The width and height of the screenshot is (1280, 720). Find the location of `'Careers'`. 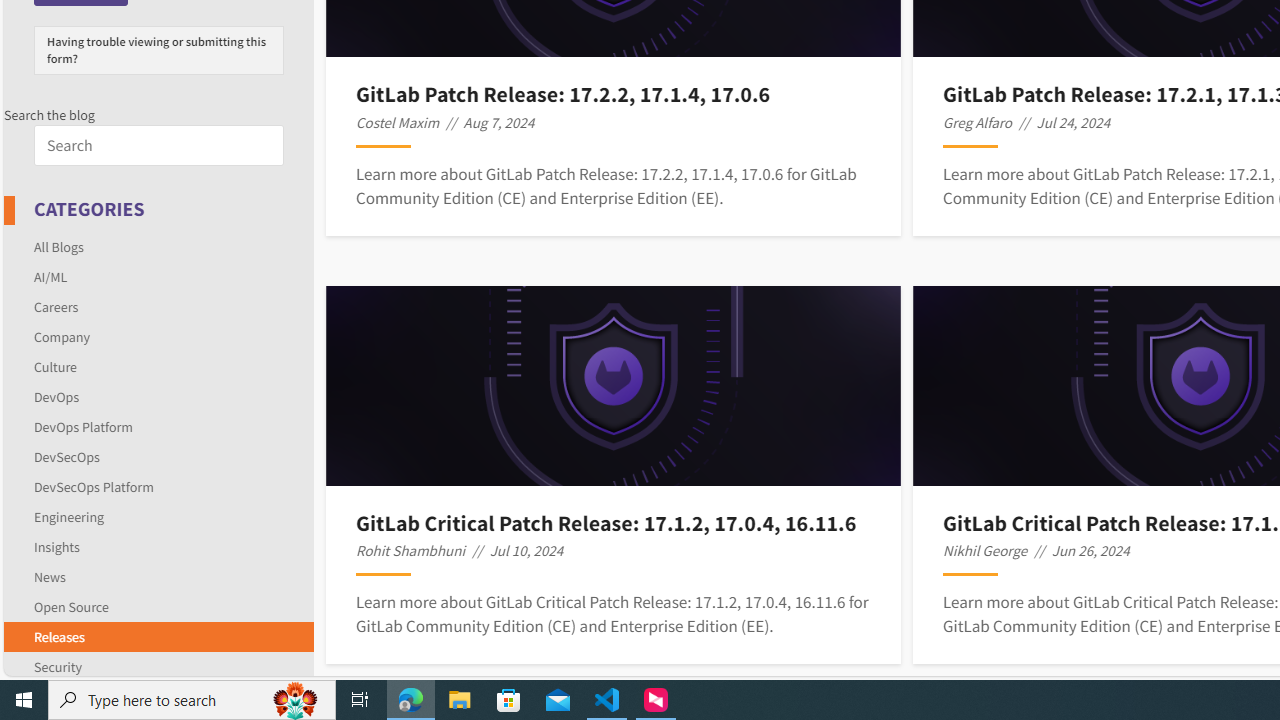

'Careers' is located at coordinates (56, 306).